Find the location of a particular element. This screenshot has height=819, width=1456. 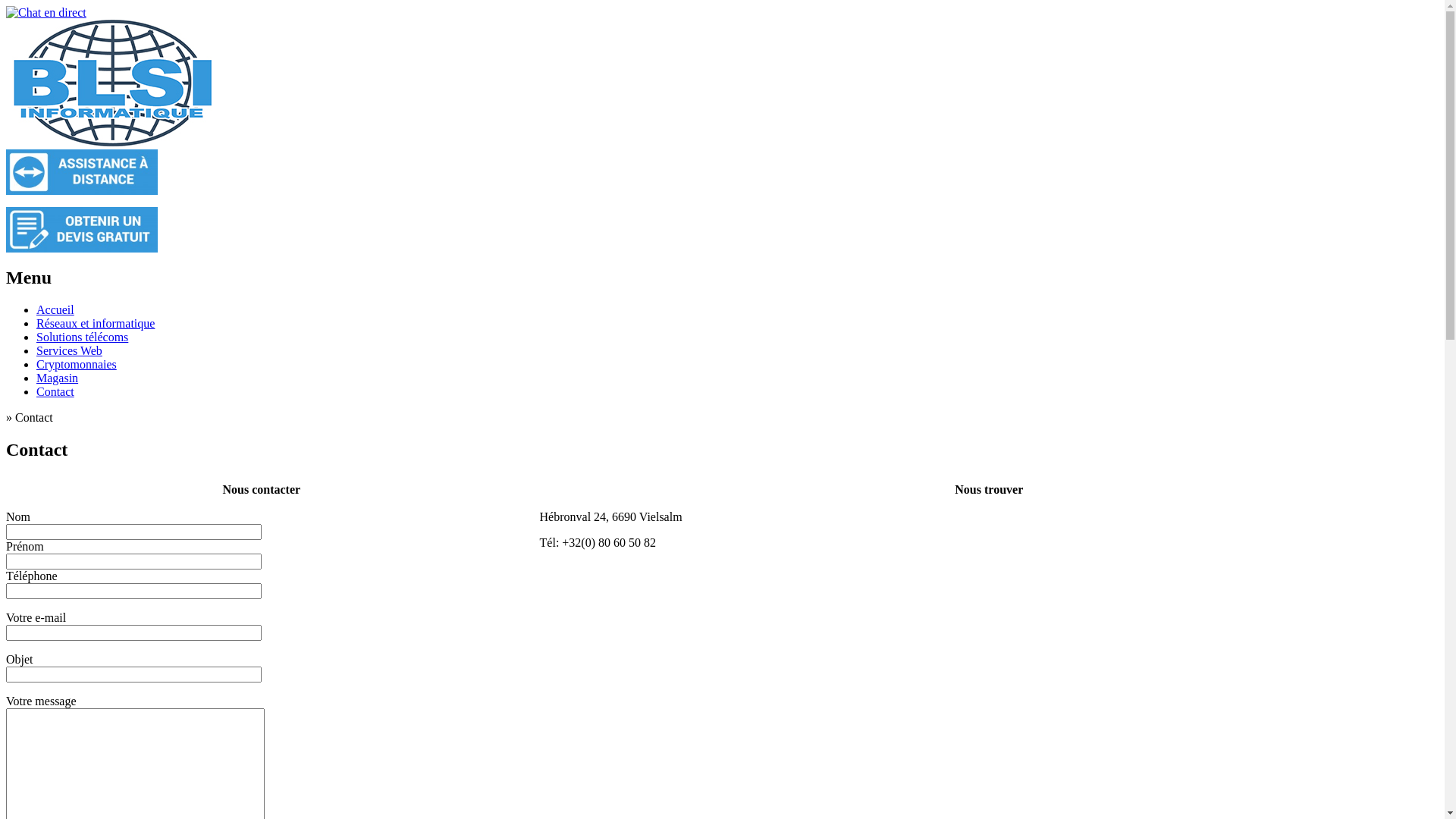

'Cryptomonnaies' is located at coordinates (36, 364).